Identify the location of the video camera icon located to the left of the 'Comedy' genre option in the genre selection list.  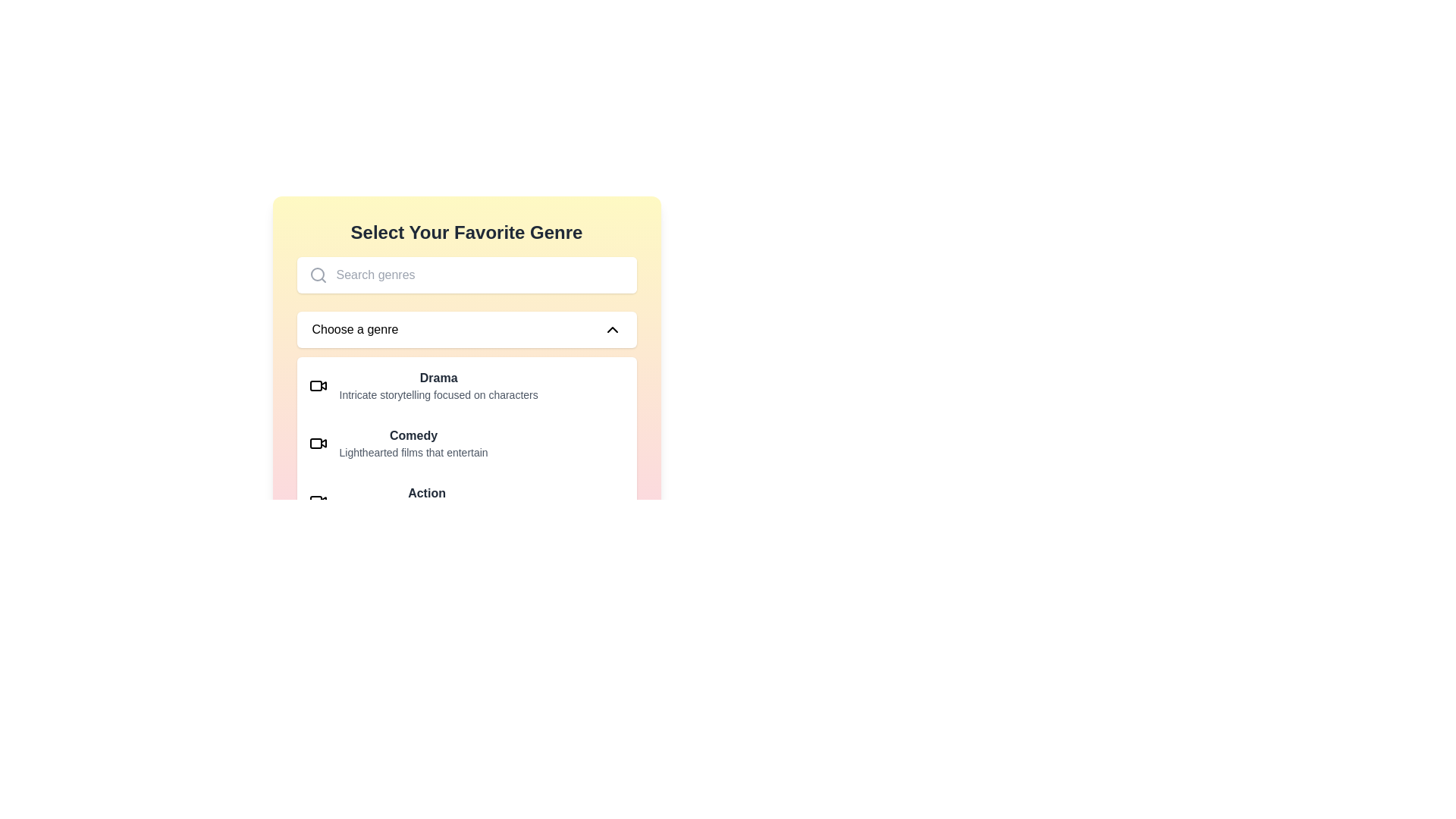
(317, 444).